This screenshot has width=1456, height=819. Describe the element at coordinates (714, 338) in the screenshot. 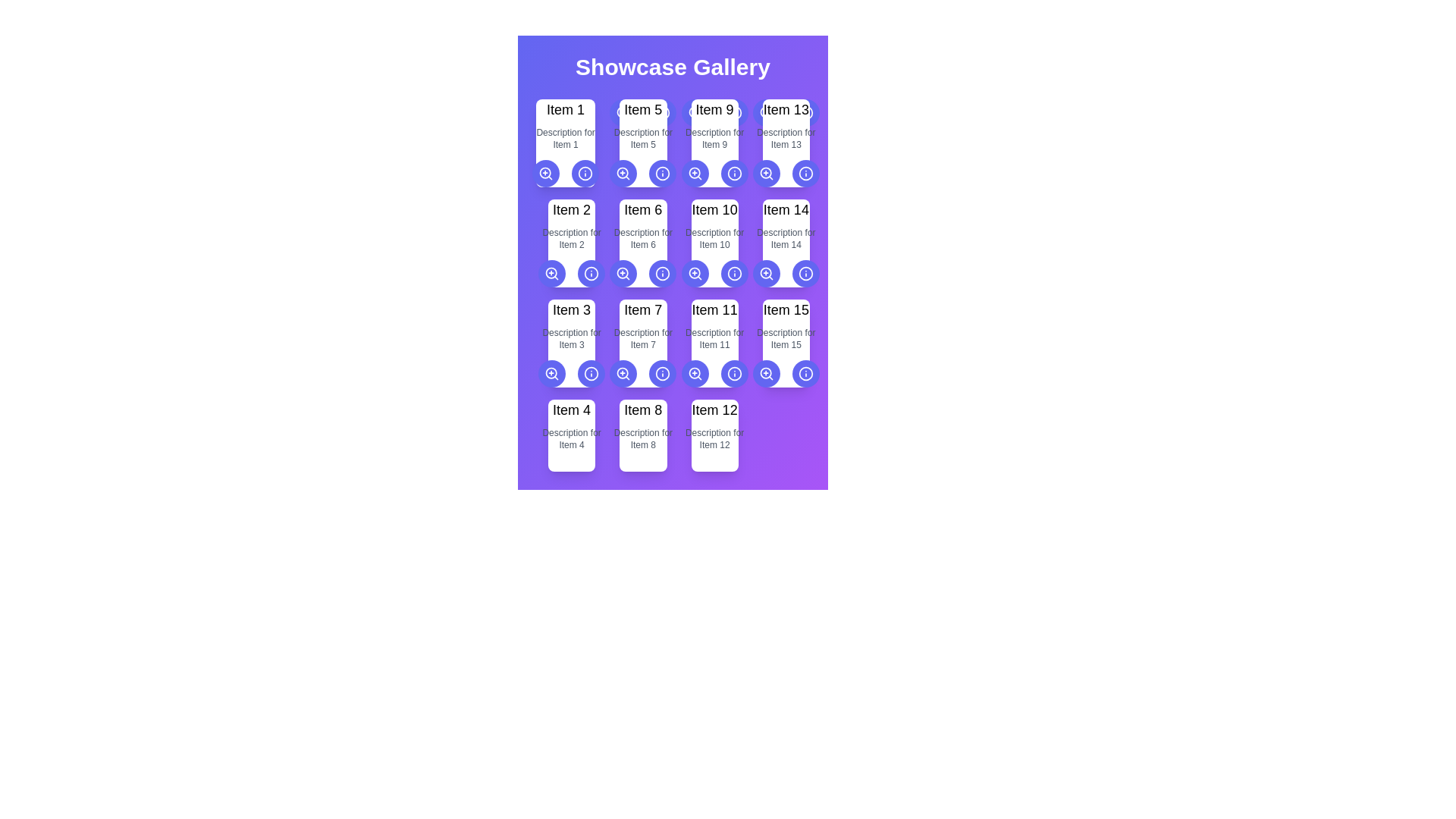

I see `the non-interactive text label providing additional information about 'Item 11', located within the card for 'Item 11'` at that location.